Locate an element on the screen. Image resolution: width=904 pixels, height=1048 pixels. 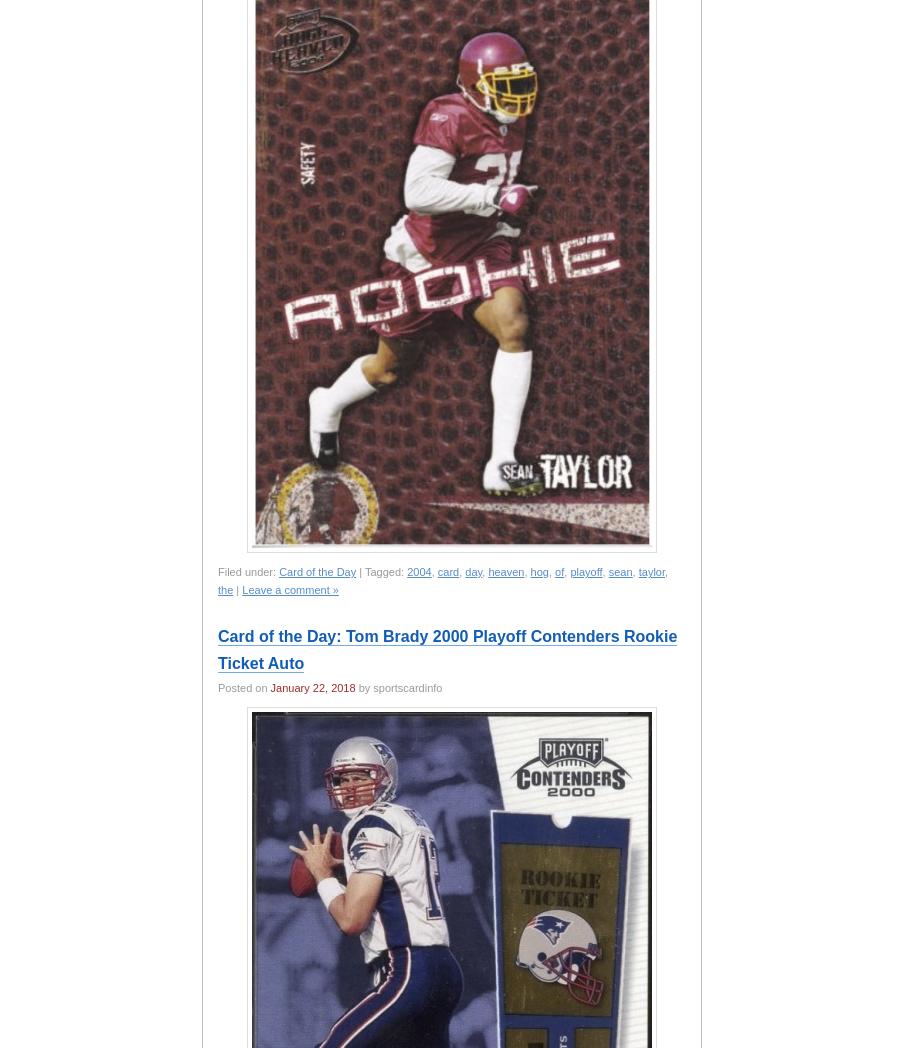
'by sportscardinfo' is located at coordinates (398, 688).